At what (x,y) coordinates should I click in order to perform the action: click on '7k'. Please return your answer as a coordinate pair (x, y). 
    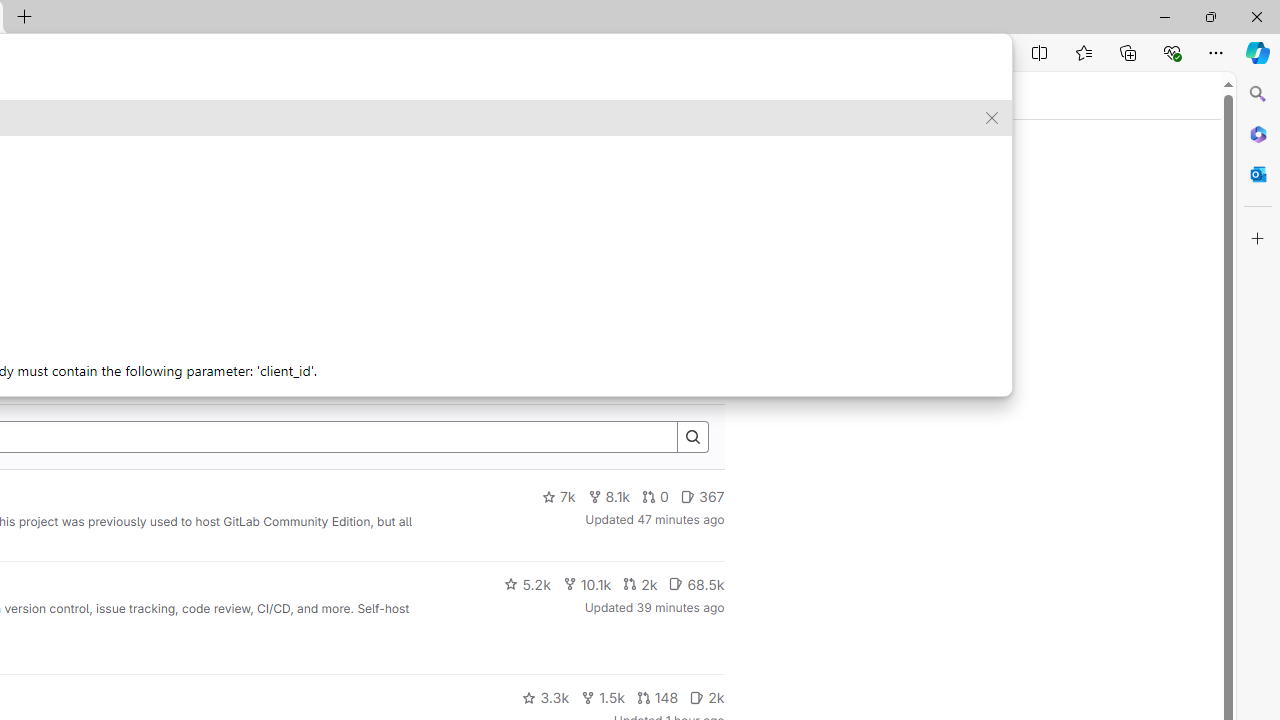
    Looking at the image, I should click on (558, 496).